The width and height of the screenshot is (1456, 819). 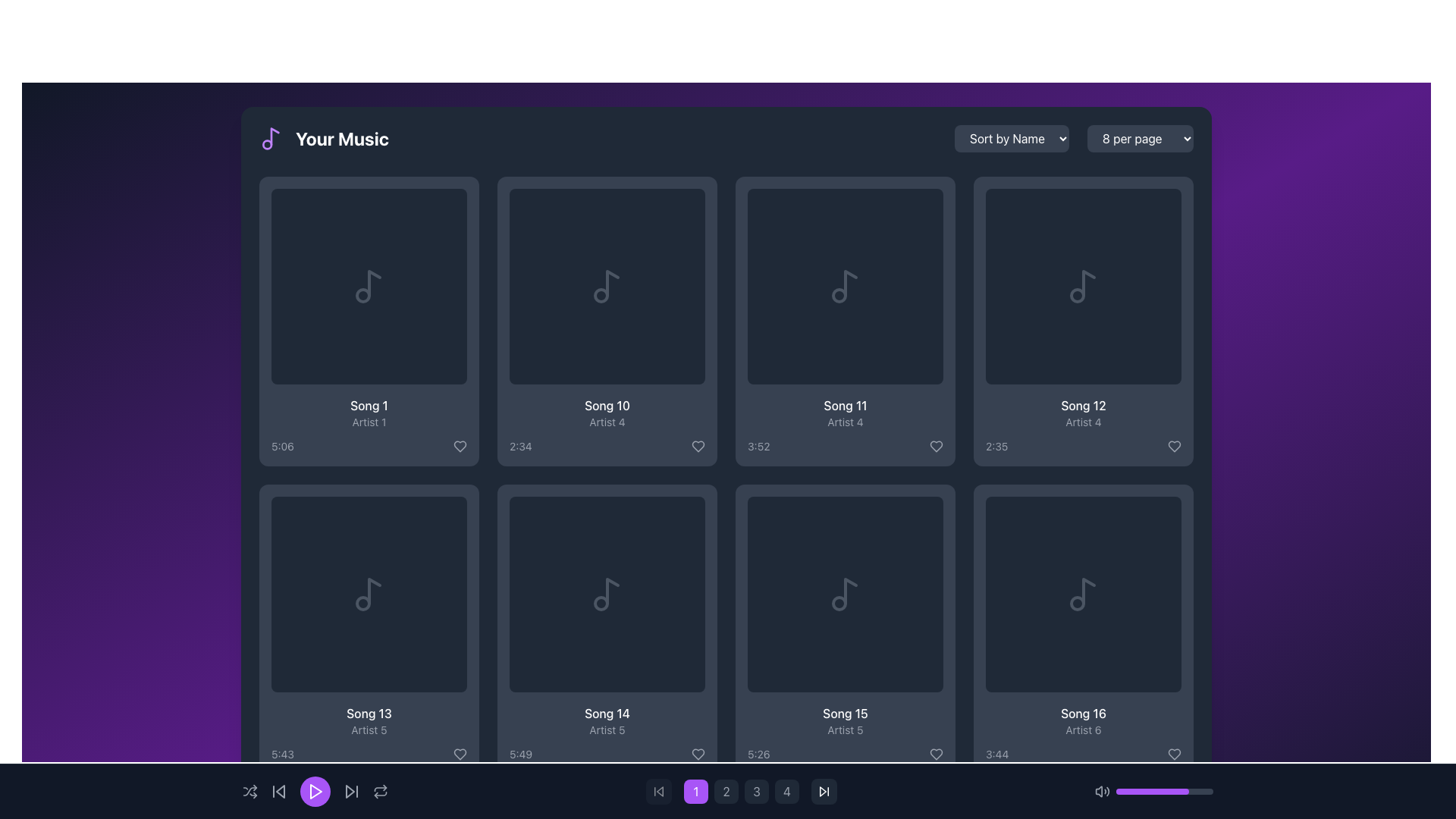 What do you see at coordinates (362, 602) in the screenshot?
I see `the SVG Circle element that visually augments the musical note icon, located beneath the central vertical line of the note` at bounding box center [362, 602].